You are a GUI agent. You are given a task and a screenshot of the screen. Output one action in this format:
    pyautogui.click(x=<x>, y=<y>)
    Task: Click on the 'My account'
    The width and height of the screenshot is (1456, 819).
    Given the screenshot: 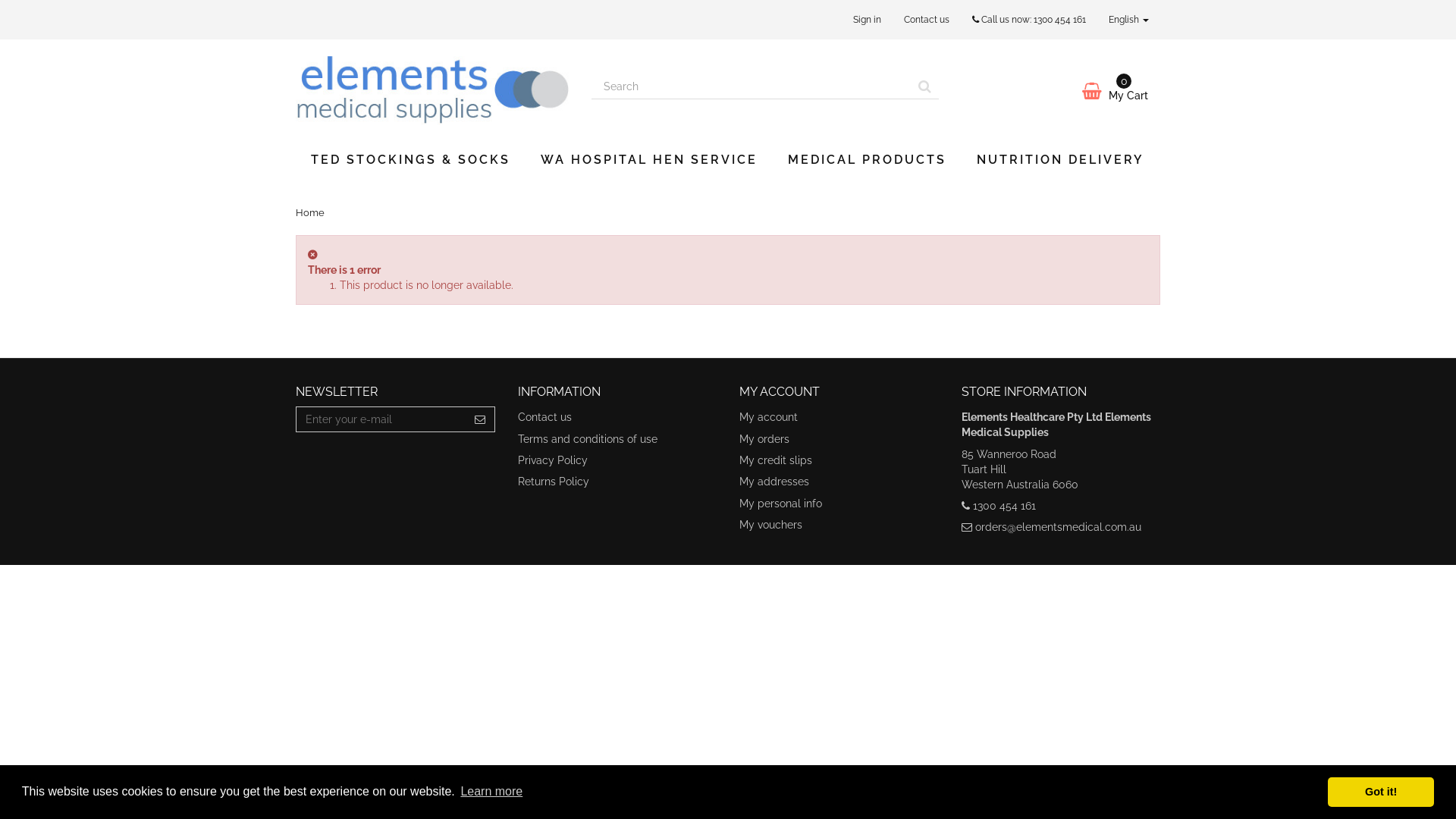 What is the action you would take?
    pyautogui.click(x=739, y=417)
    